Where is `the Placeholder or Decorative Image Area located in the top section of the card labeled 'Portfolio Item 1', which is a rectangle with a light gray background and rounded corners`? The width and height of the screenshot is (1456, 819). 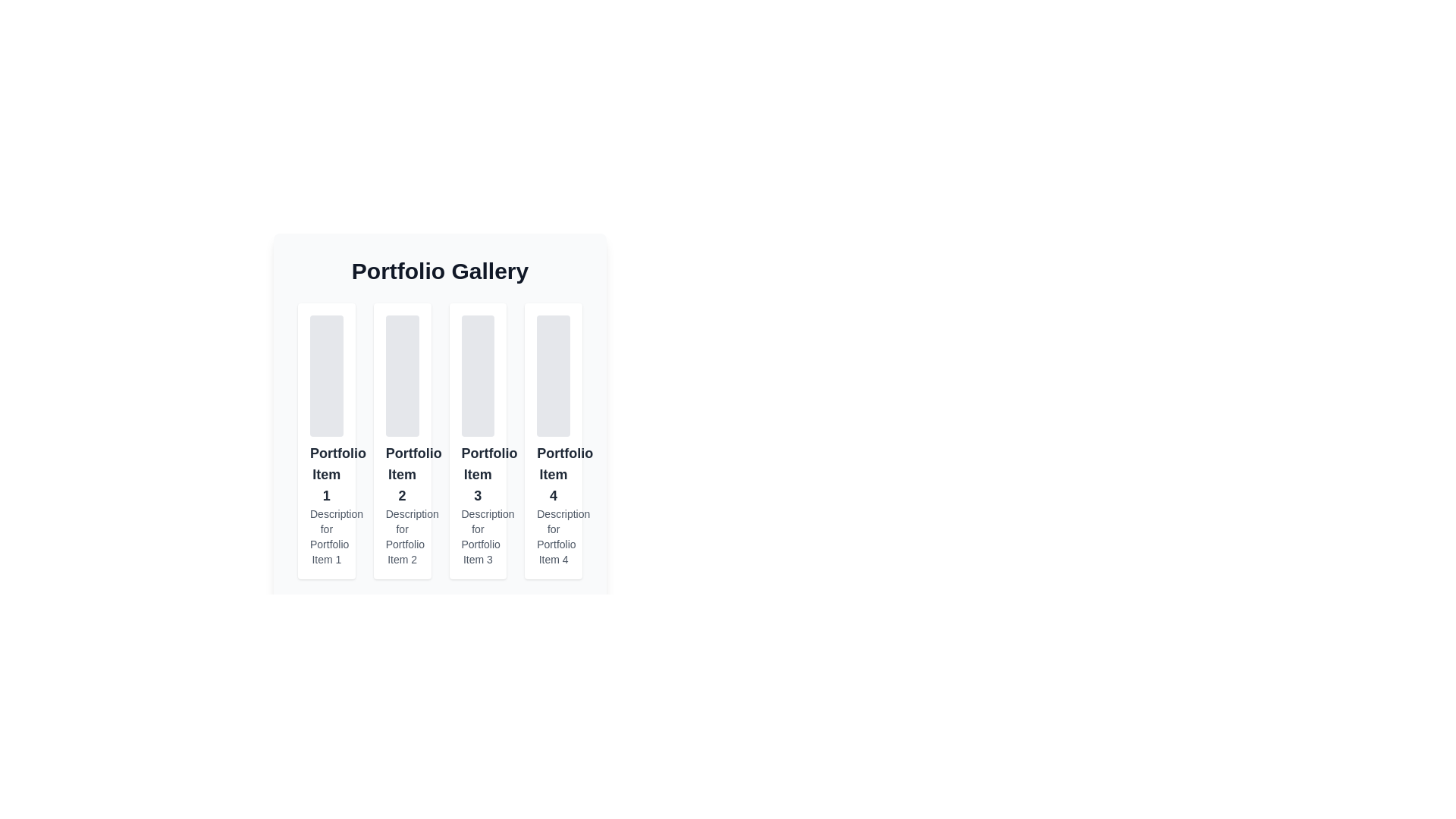 the Placeholder or Decorative Image Area located in the top section of the card labeled 'Portfolio Item 1', which is a rectangle with a light gray background and rounded corners is located at coordinates (325, 375).